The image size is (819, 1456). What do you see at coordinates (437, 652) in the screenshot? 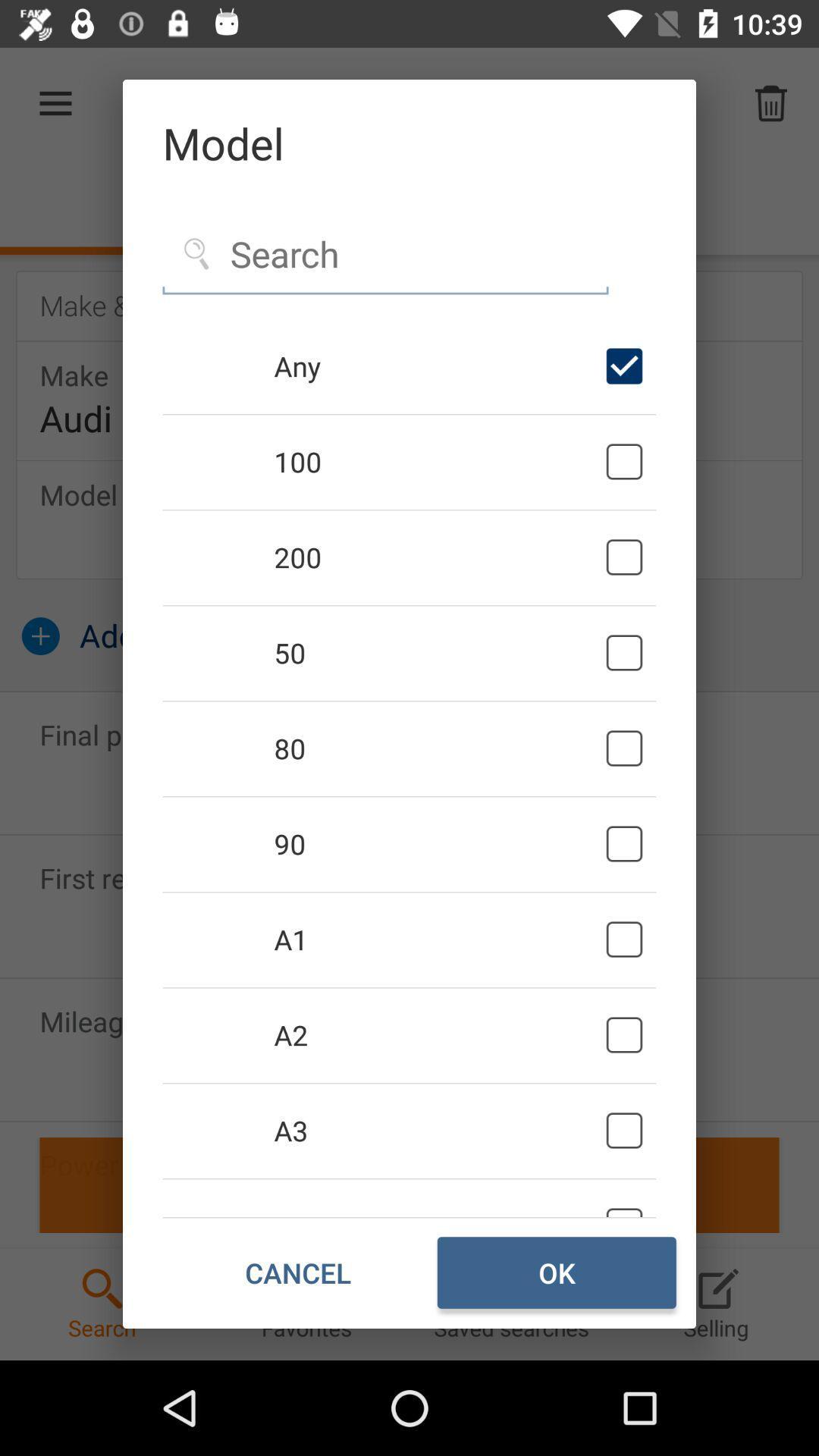
I see `50 icon` at bounding box center [437, 652].